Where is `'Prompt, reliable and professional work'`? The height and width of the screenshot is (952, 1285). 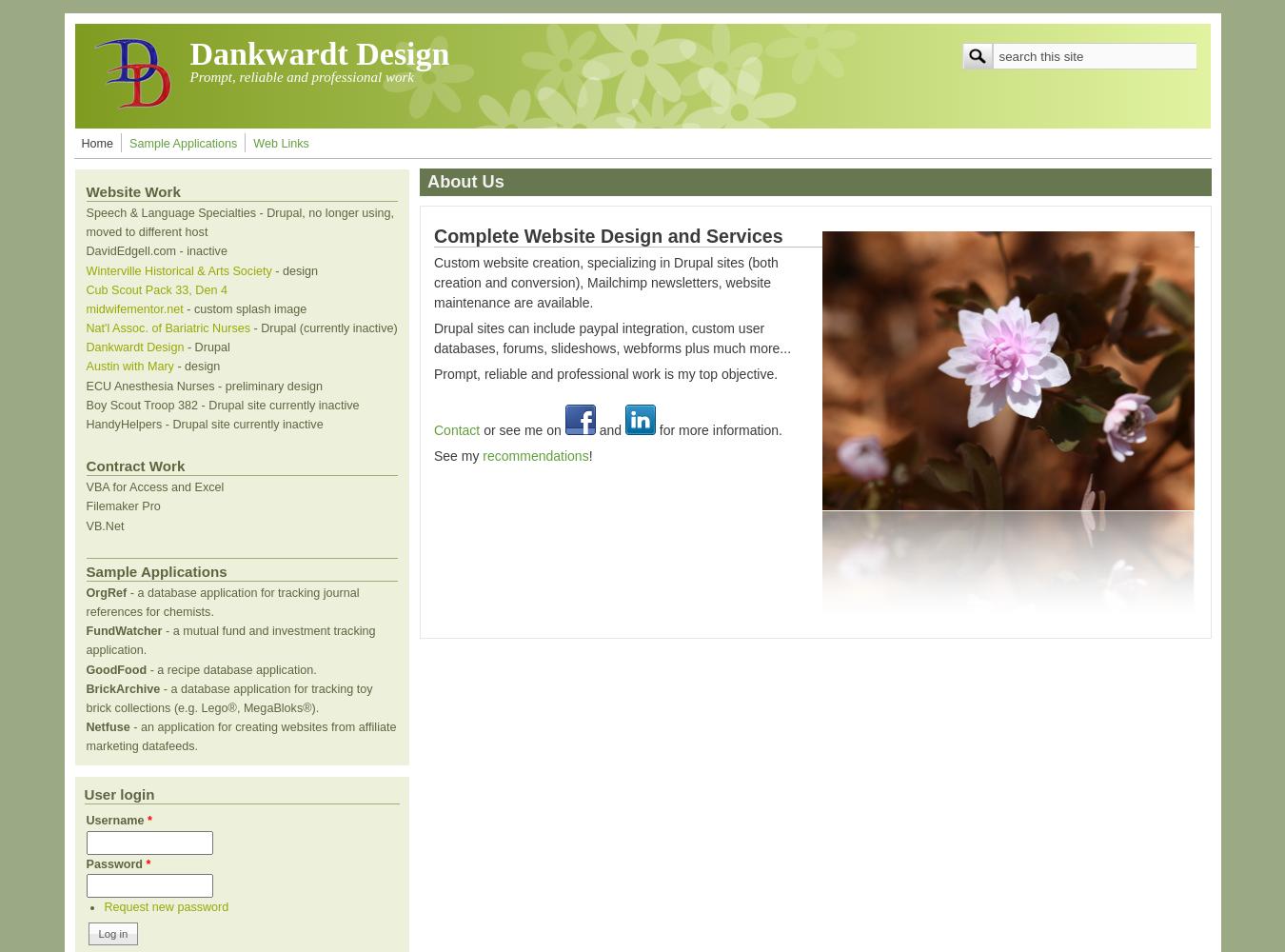 'Prompt, reliable and professional work' is located at coordinates (300, 76).